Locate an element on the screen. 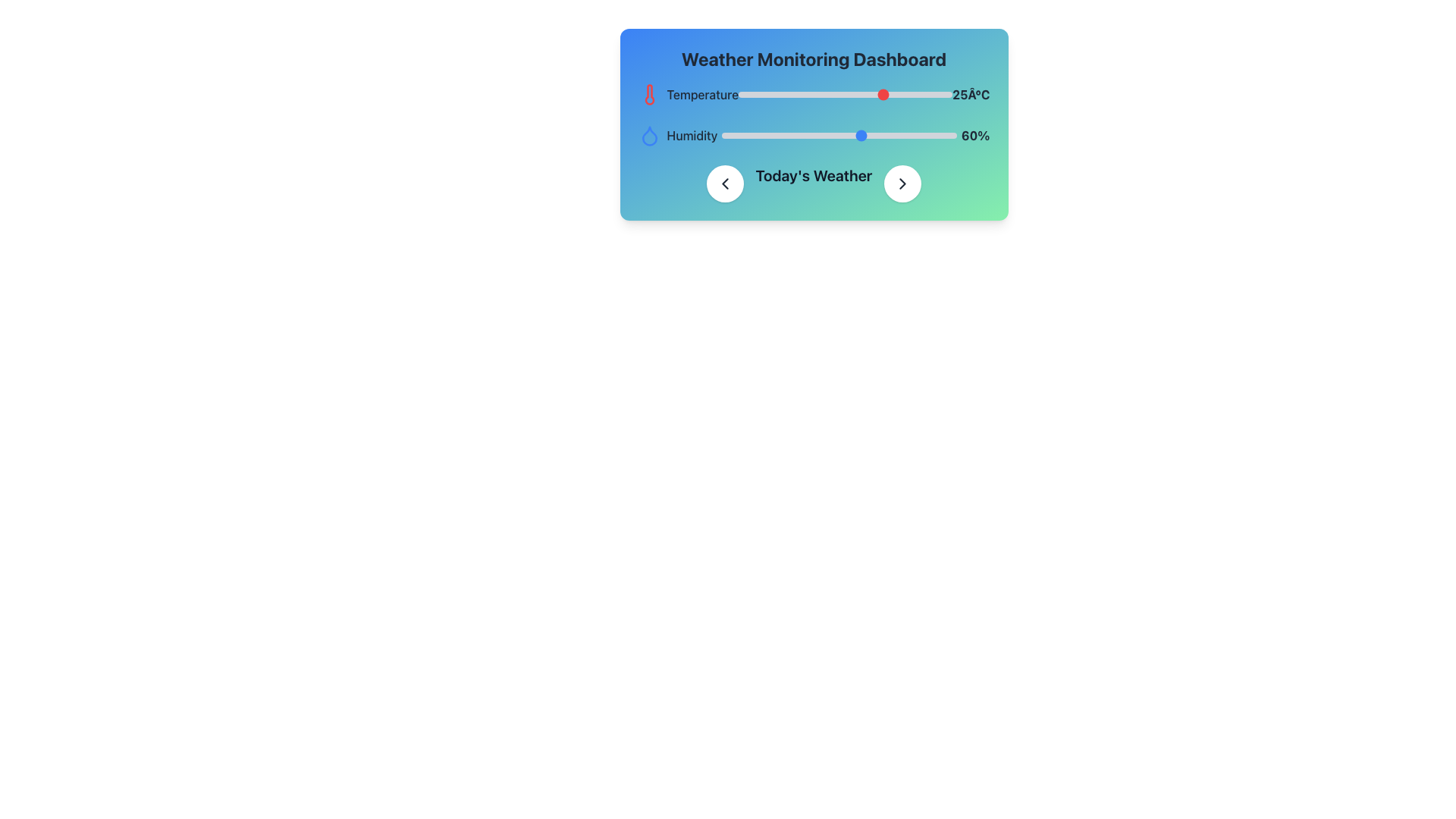 This screenshot has height=819, width=1456. the right-pointing chevron button located inside a circular button is located at coordinates (902, 183).